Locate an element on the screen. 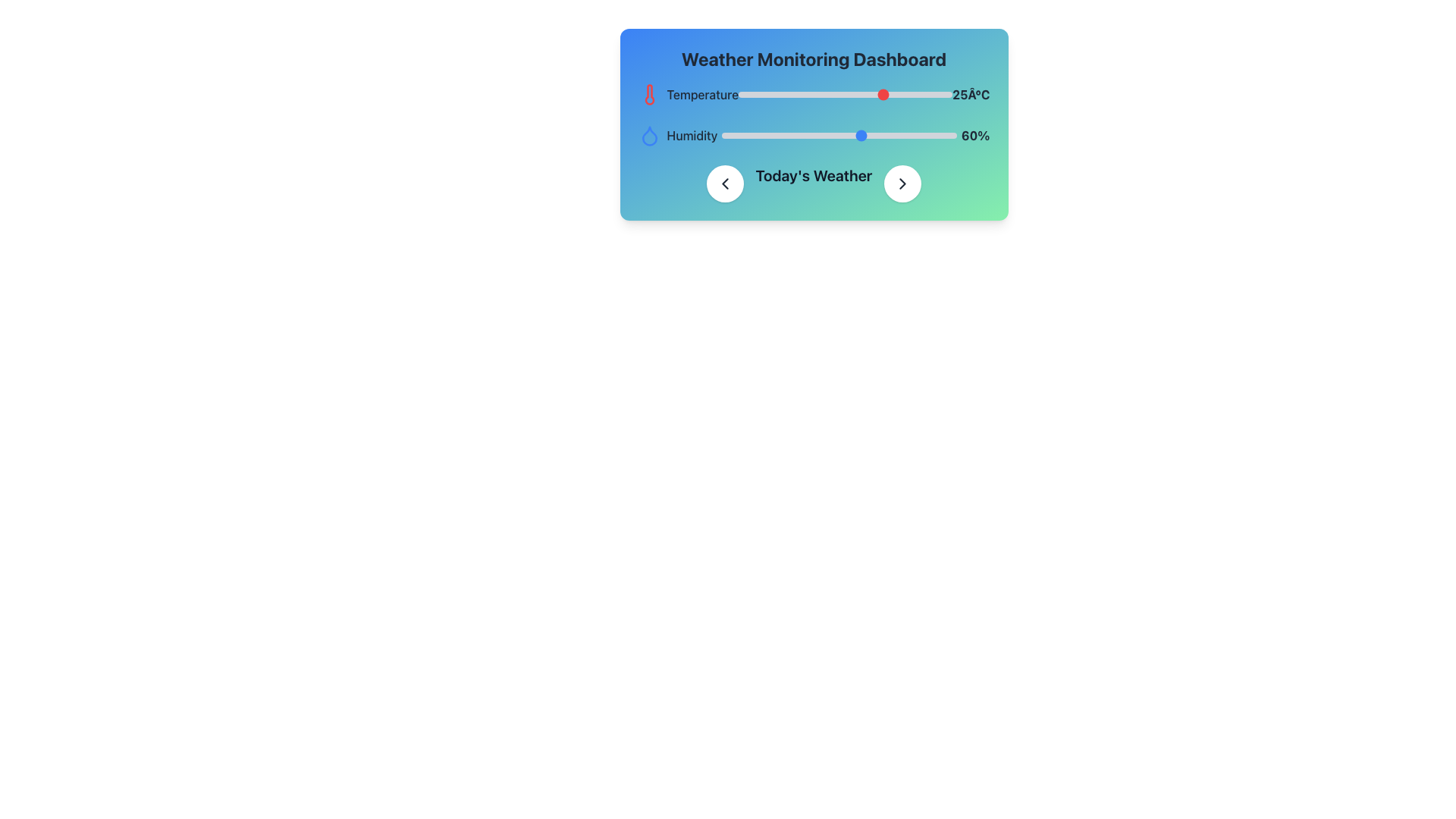 This screenshot has height=819, width=1456. the right-pointing chevron button located inside a circular button is located at coordinates (902, 183).